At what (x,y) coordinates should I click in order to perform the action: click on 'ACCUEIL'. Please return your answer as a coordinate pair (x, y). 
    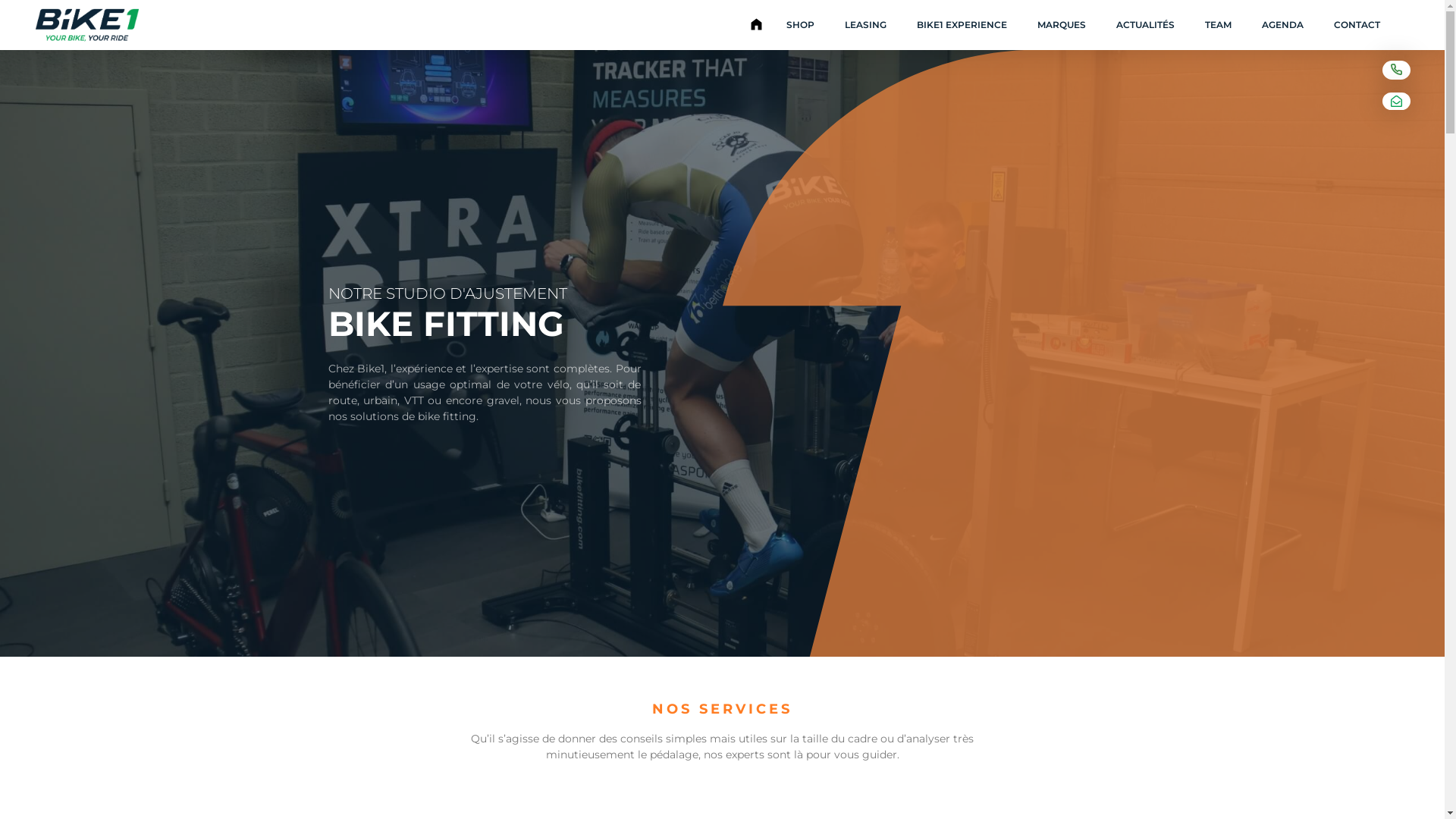
    Looking at the image, I should click on (756, 25).